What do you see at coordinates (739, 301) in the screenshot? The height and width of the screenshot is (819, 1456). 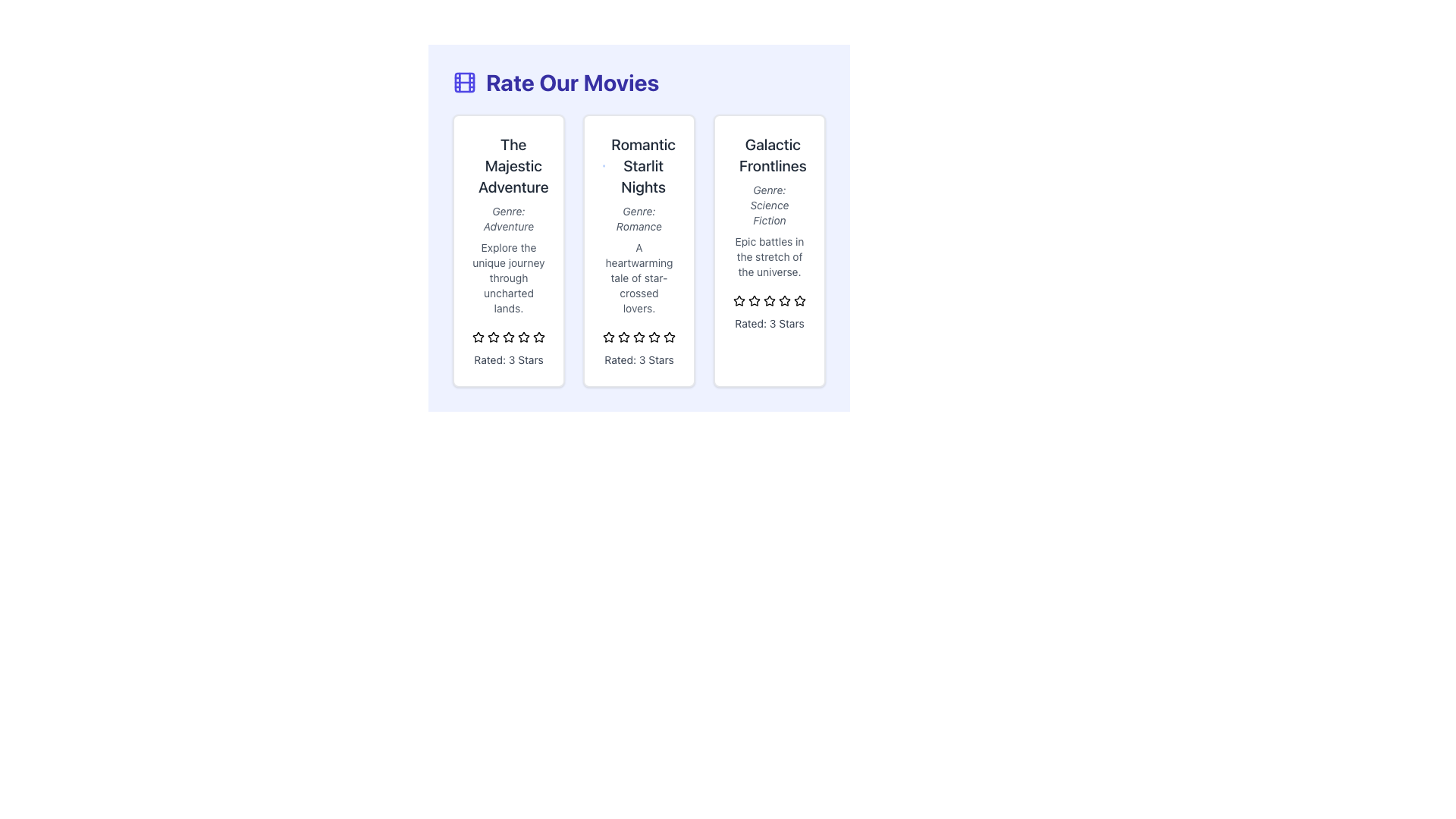 I see `the first star icon in the rating interface for the 'Galactic Frontlines' item to trigger a visual response` at bounding box center [739, 301].